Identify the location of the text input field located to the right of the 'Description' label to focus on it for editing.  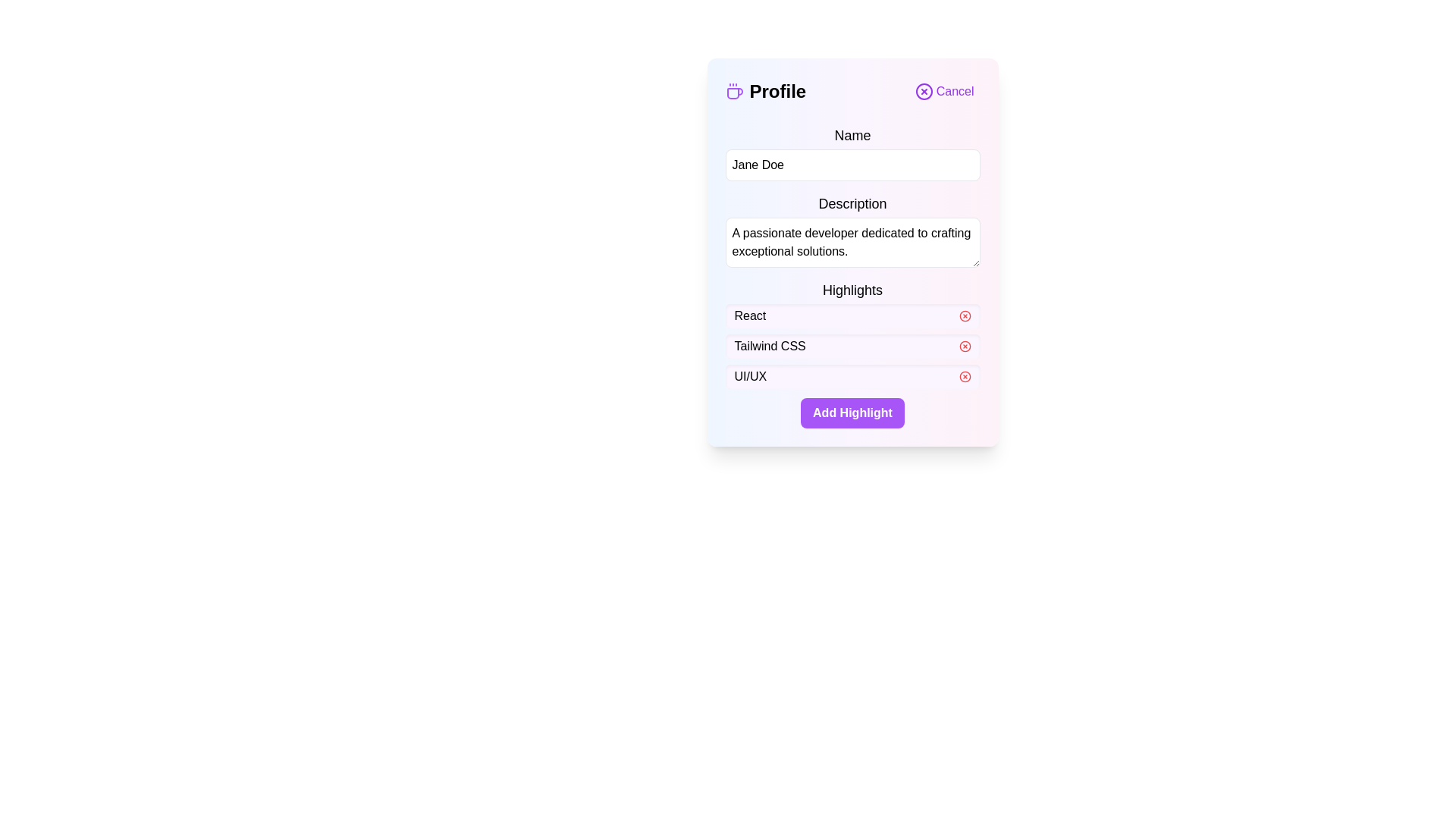
(852, 242).